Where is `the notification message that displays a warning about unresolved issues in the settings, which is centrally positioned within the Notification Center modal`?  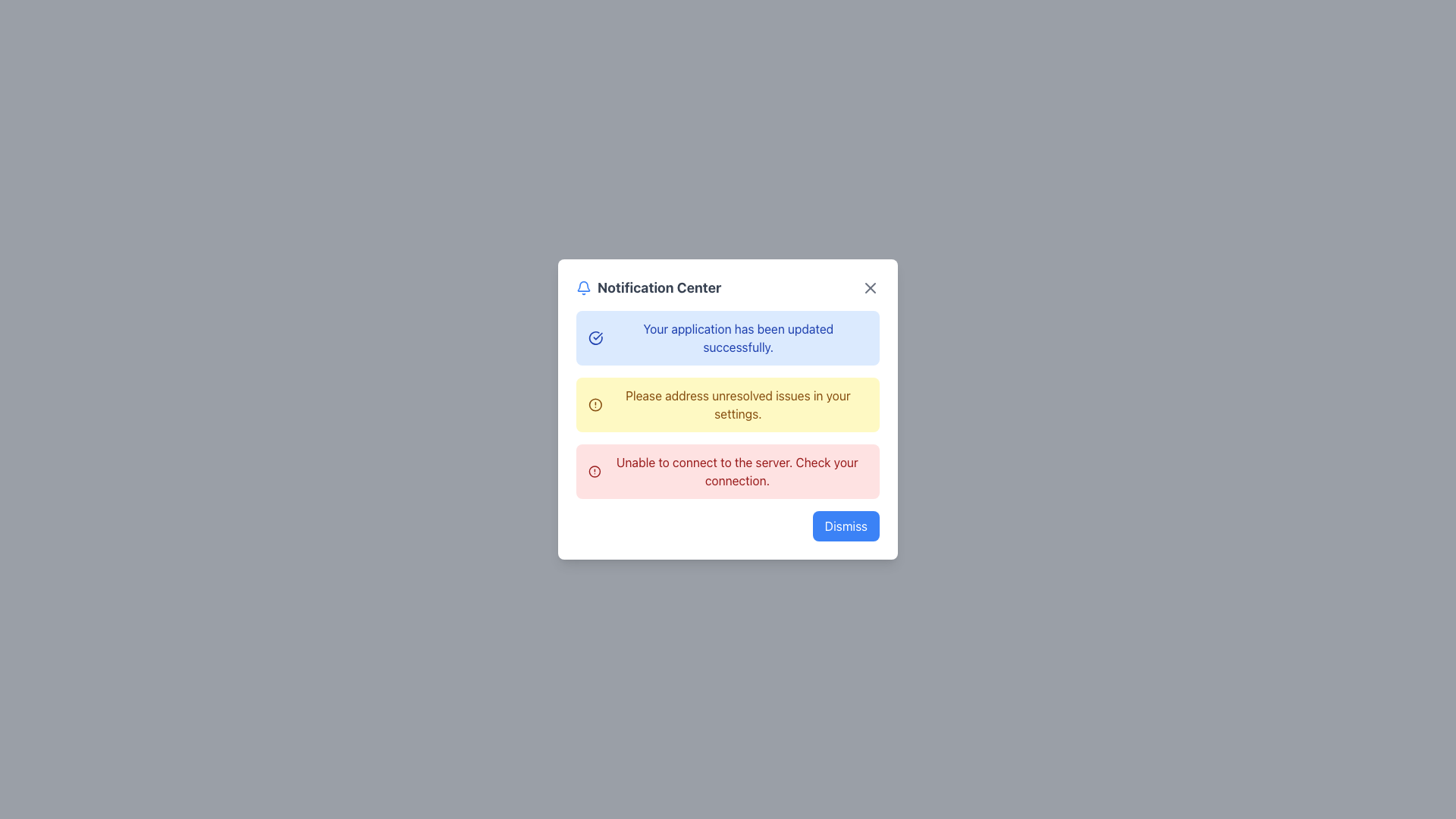 the notification message that displays a warning about unresolved issues in the settings, which is centrally positioned within the Notification Center modal is located at coordinates (728, 403).